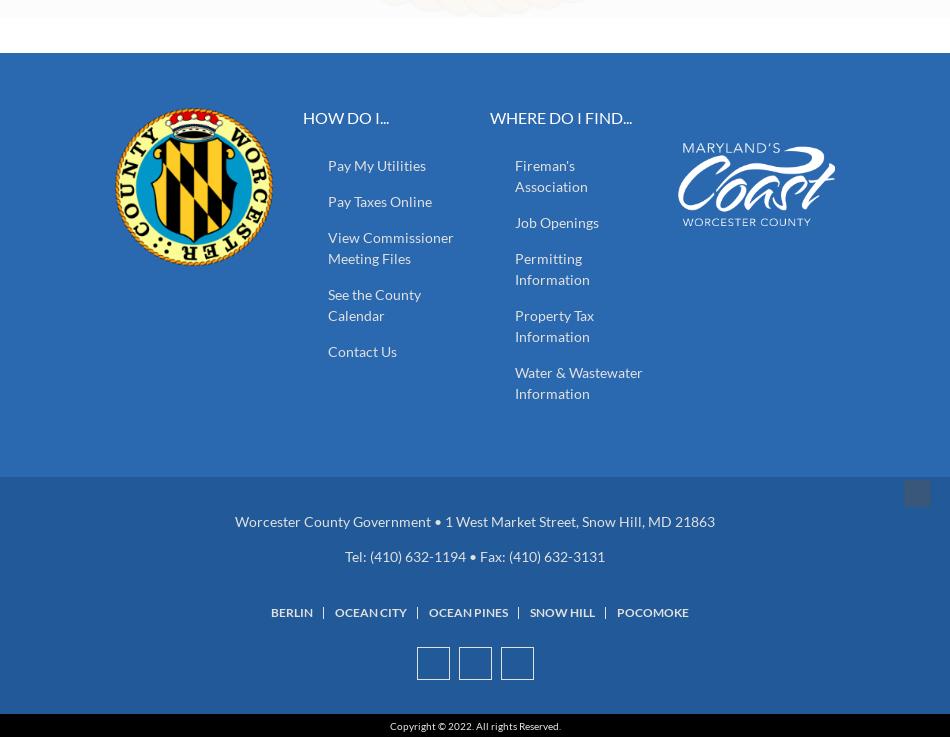  What do you see at coordinates (475, 555) in the screenshot?
I see `'Tel: (410) 632-1194 • Fax: (410) 632-3131'` at bounding box center [475, 555].